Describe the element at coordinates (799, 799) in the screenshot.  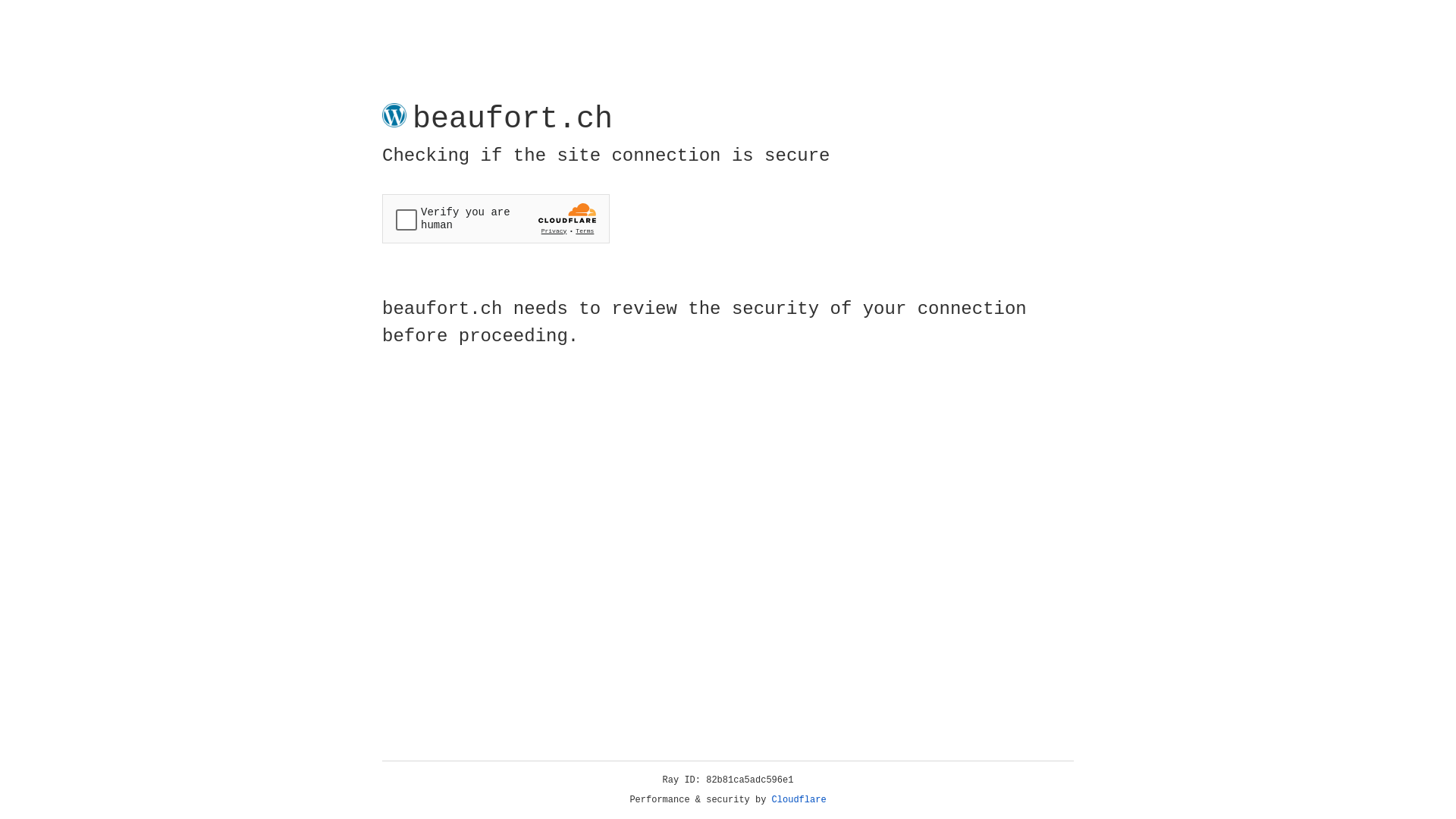
I see `'Cloudflare'` at that location.